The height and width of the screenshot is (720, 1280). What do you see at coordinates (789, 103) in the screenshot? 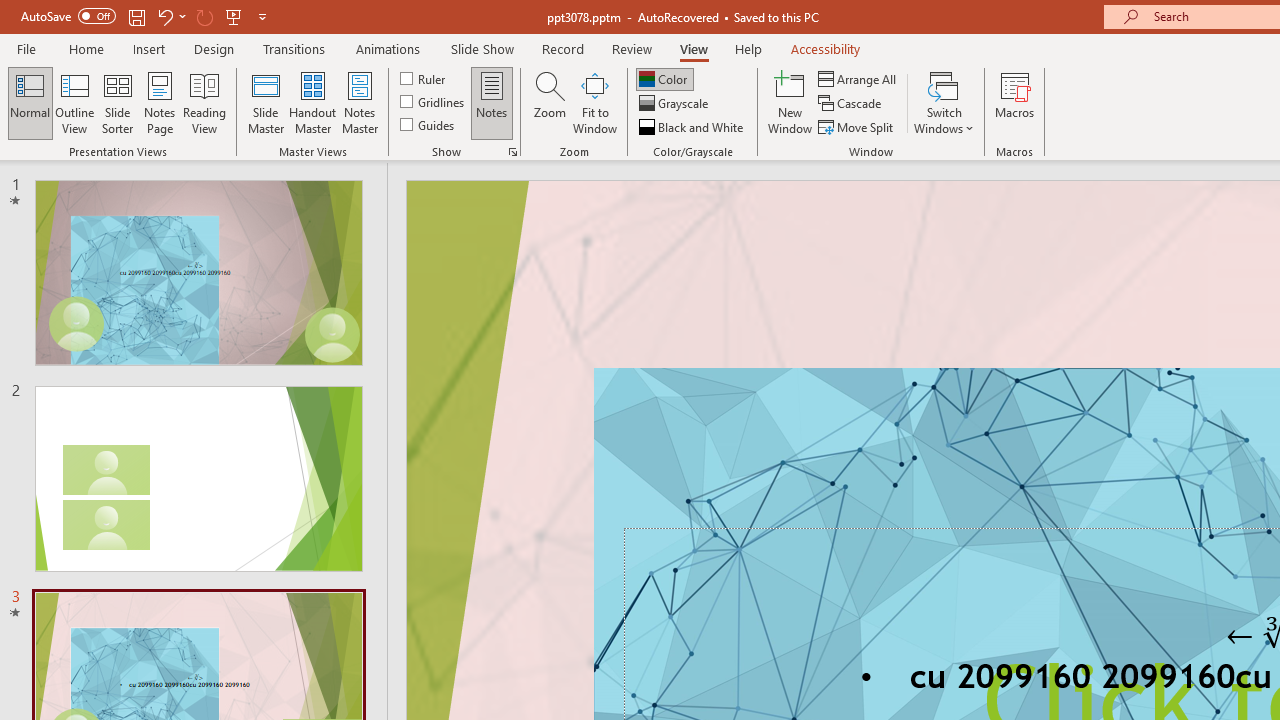
I see `'New Window'` at bounding box center [789, 103].